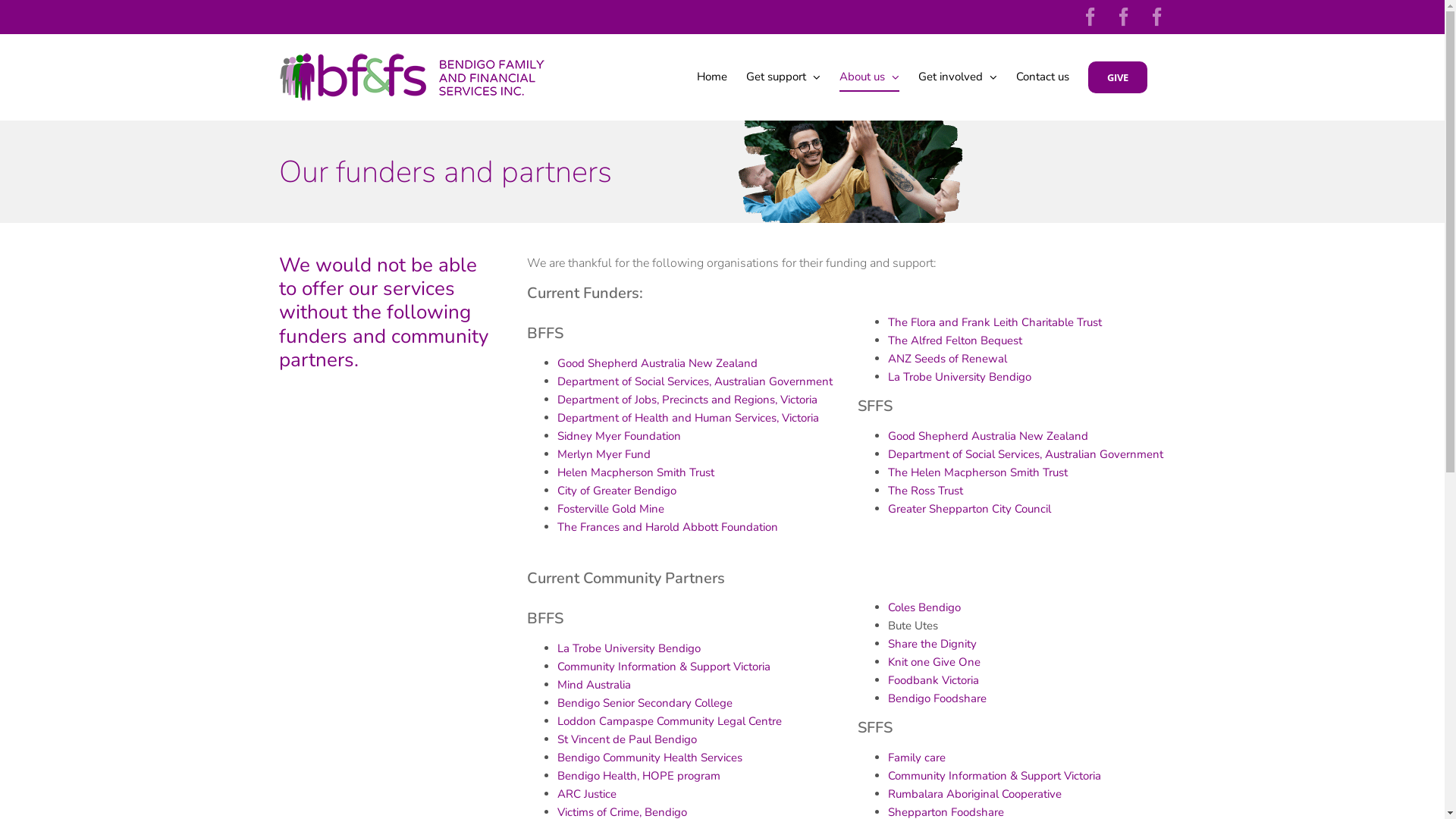 This screenshot has width=1456, height=819. Describe the element at coordinates (916, 758) in the screenshot. I see `'Family care'` at that location.